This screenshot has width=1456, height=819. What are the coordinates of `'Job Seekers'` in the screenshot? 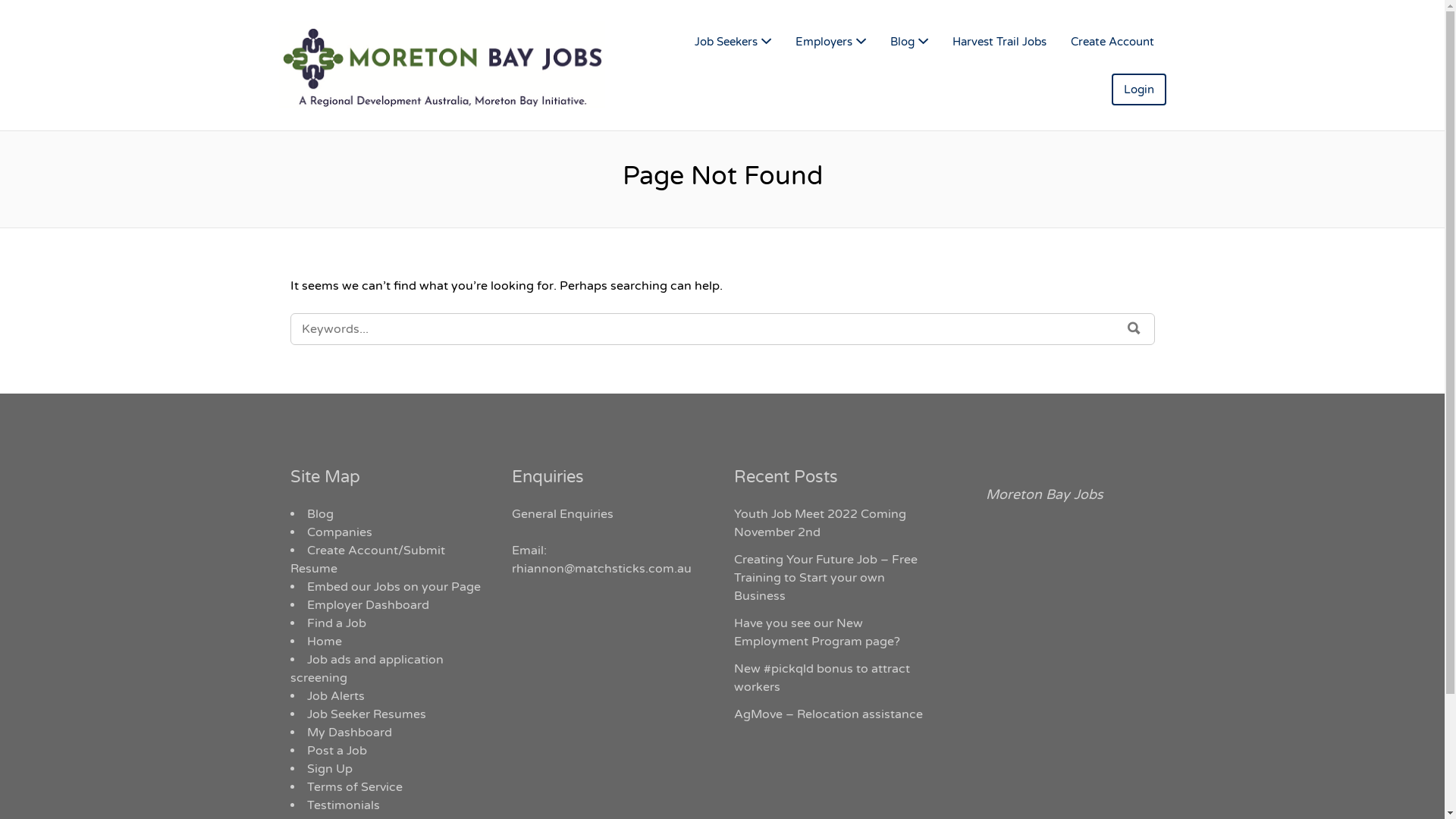 It's located at (733, 41).